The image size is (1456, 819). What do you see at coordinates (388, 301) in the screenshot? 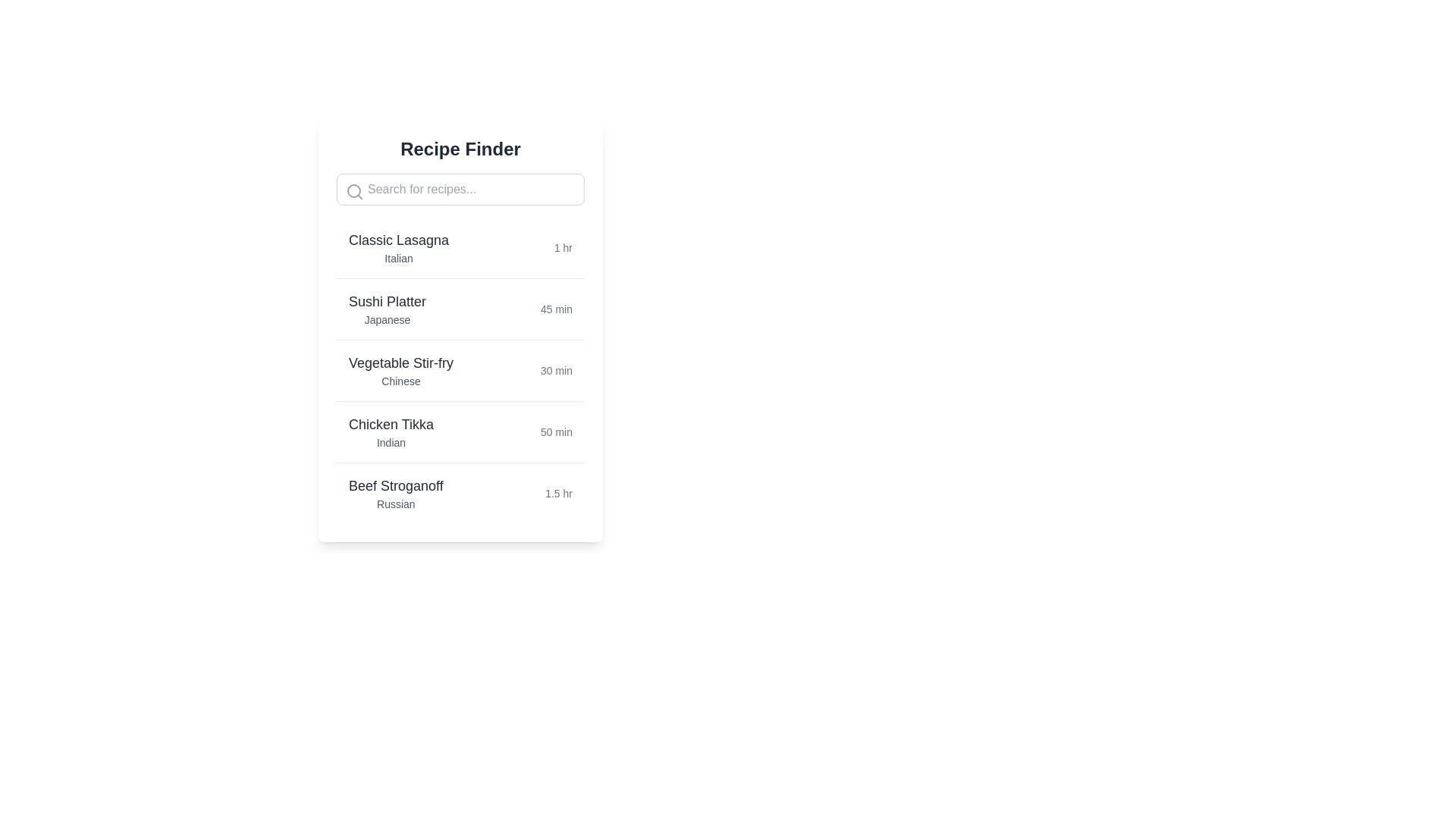
I see `the 'Sushi Platter' text label, which is the second item in the vertical list of food options, located above 'Vegetable Stir-fry' and below 'Classic Lasagna'` at bounding box center [388, 301].